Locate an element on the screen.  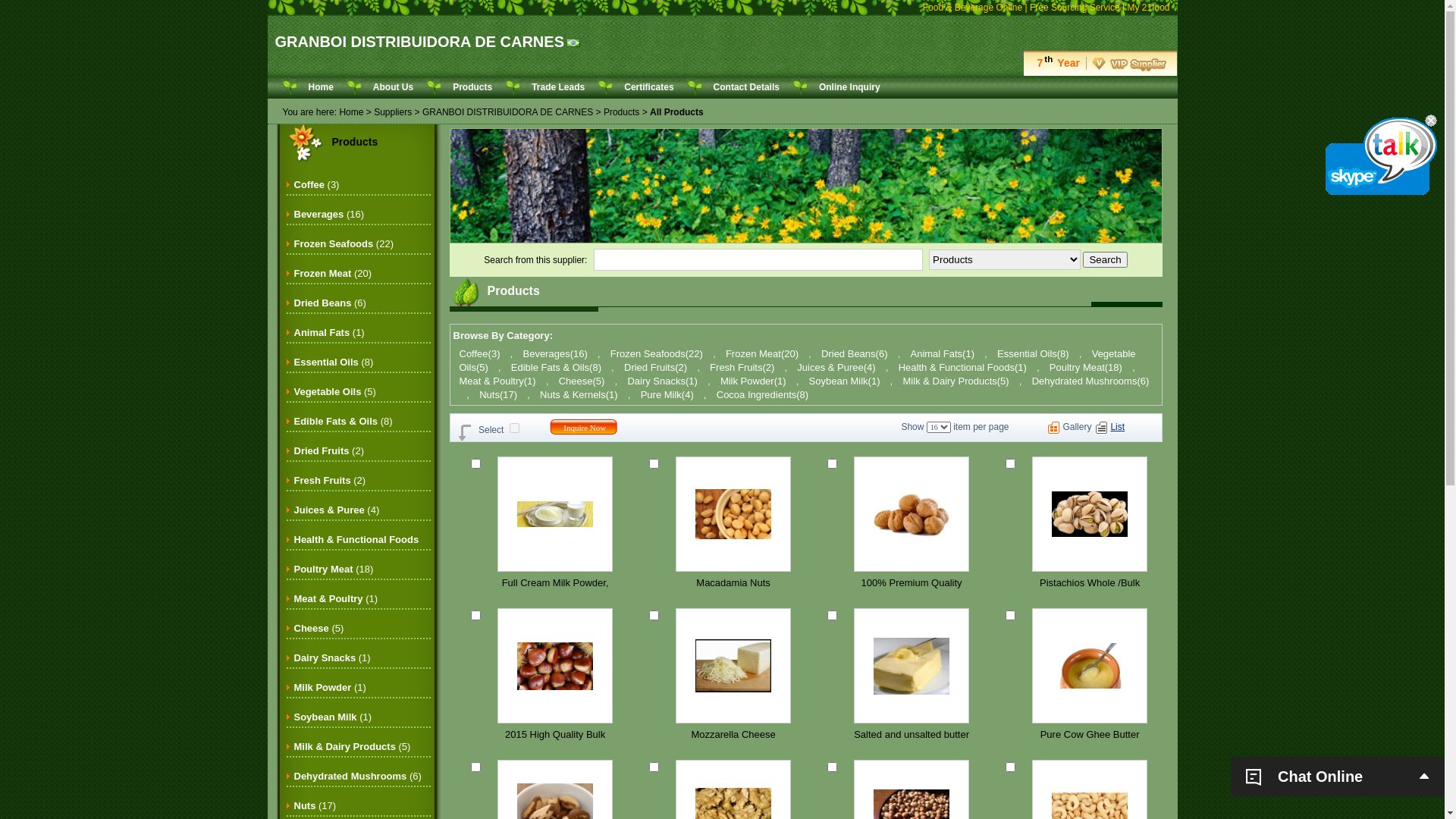
'Nuts & Kernels(1)' is located at coordinates (578, 394).